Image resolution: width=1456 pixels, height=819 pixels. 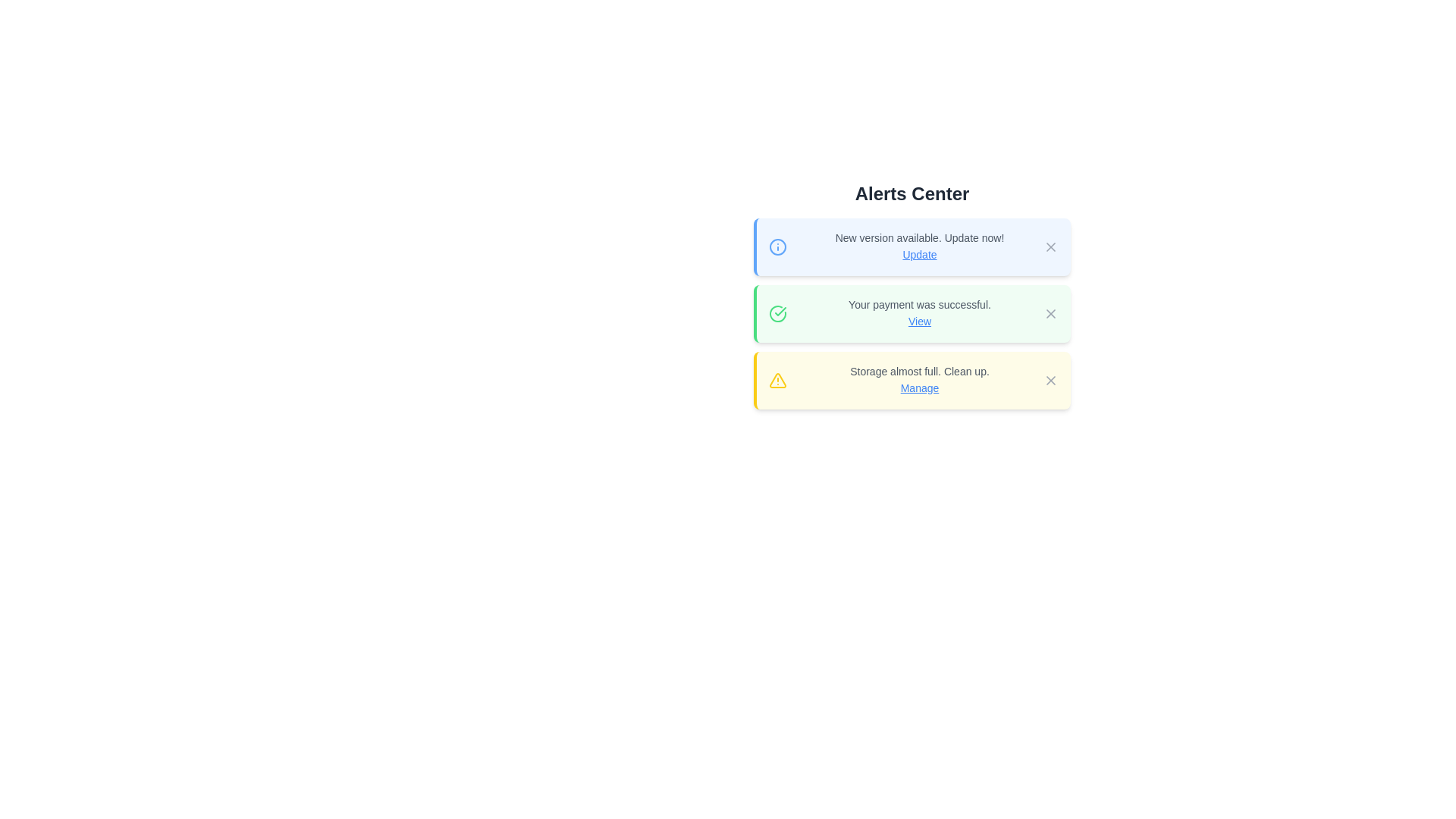 I want to click on the close icon located in the second alert box, aligned to the right-hand side, so click(x=1050, y=312).